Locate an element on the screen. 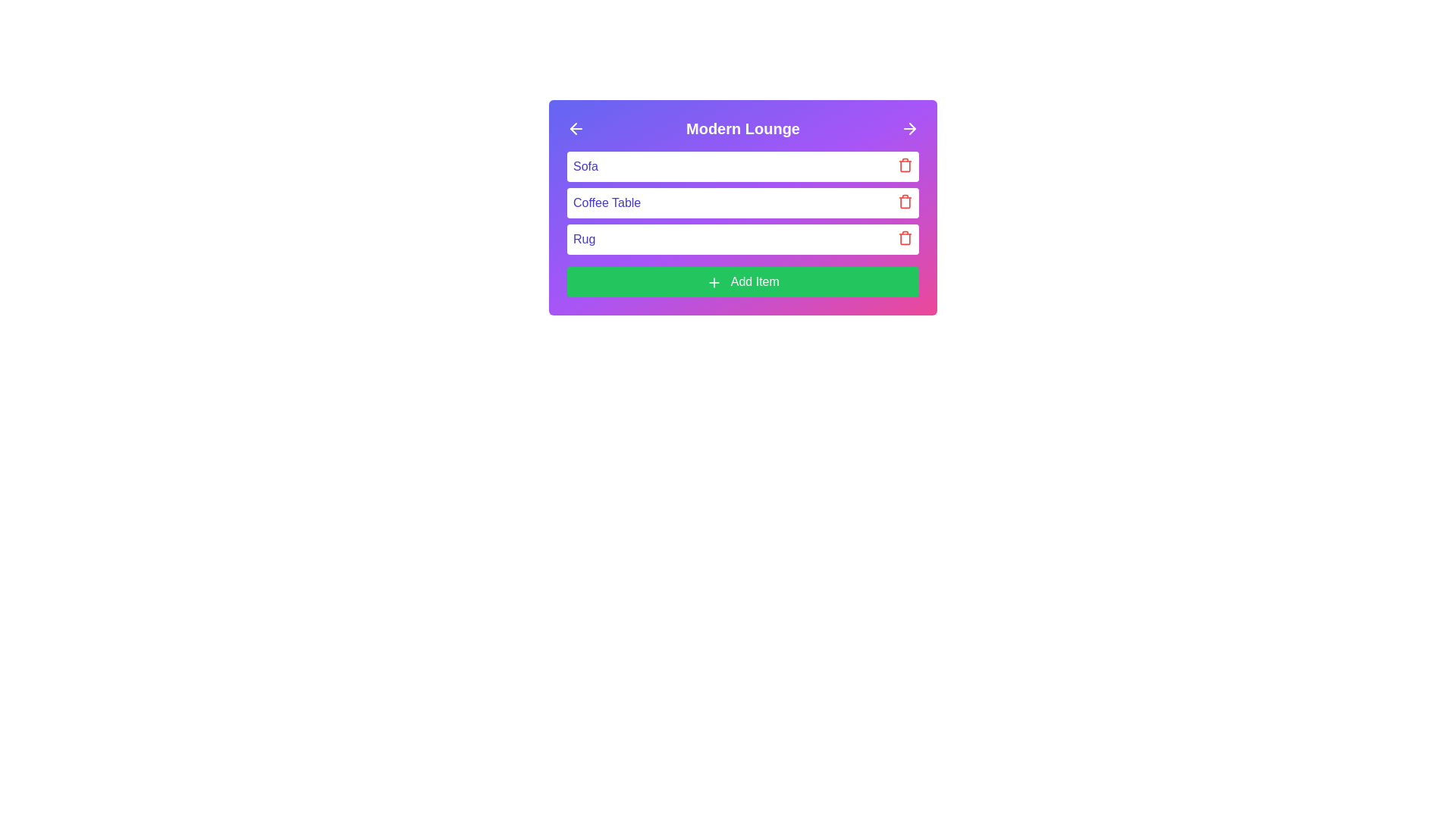 Image resolution: width=1456 pixels, height=819 pixels. the red-bordered trash can icon located at the far right of the 'Rug' row is located at coordinates (905, 237).